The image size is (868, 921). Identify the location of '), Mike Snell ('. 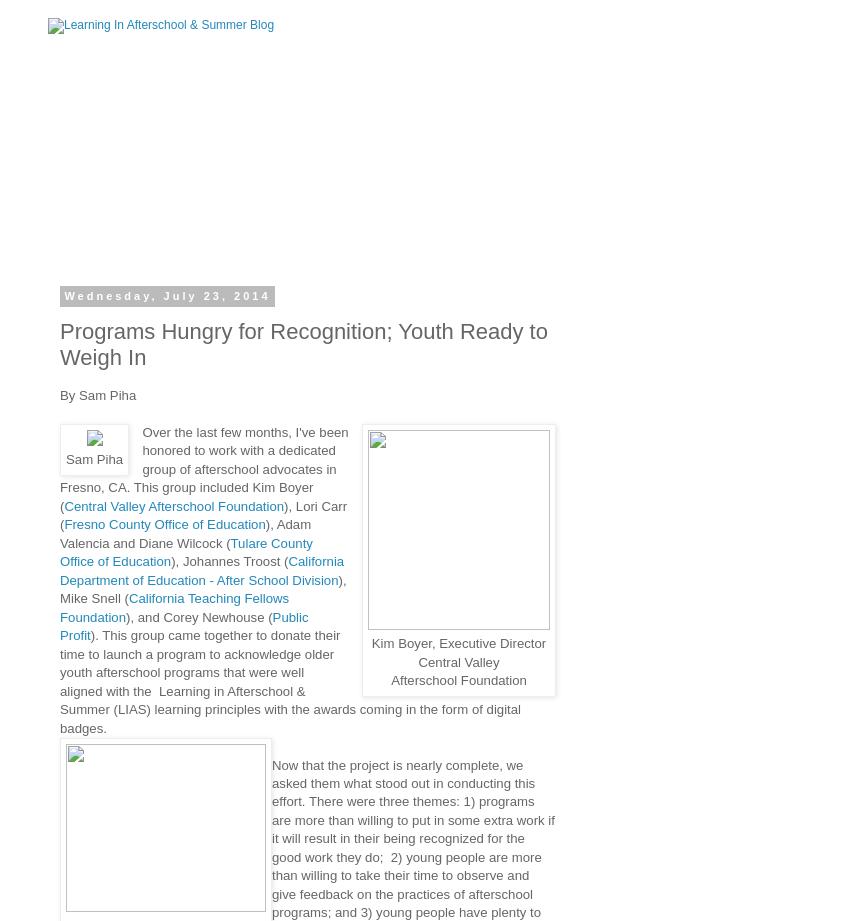
(203, 587).